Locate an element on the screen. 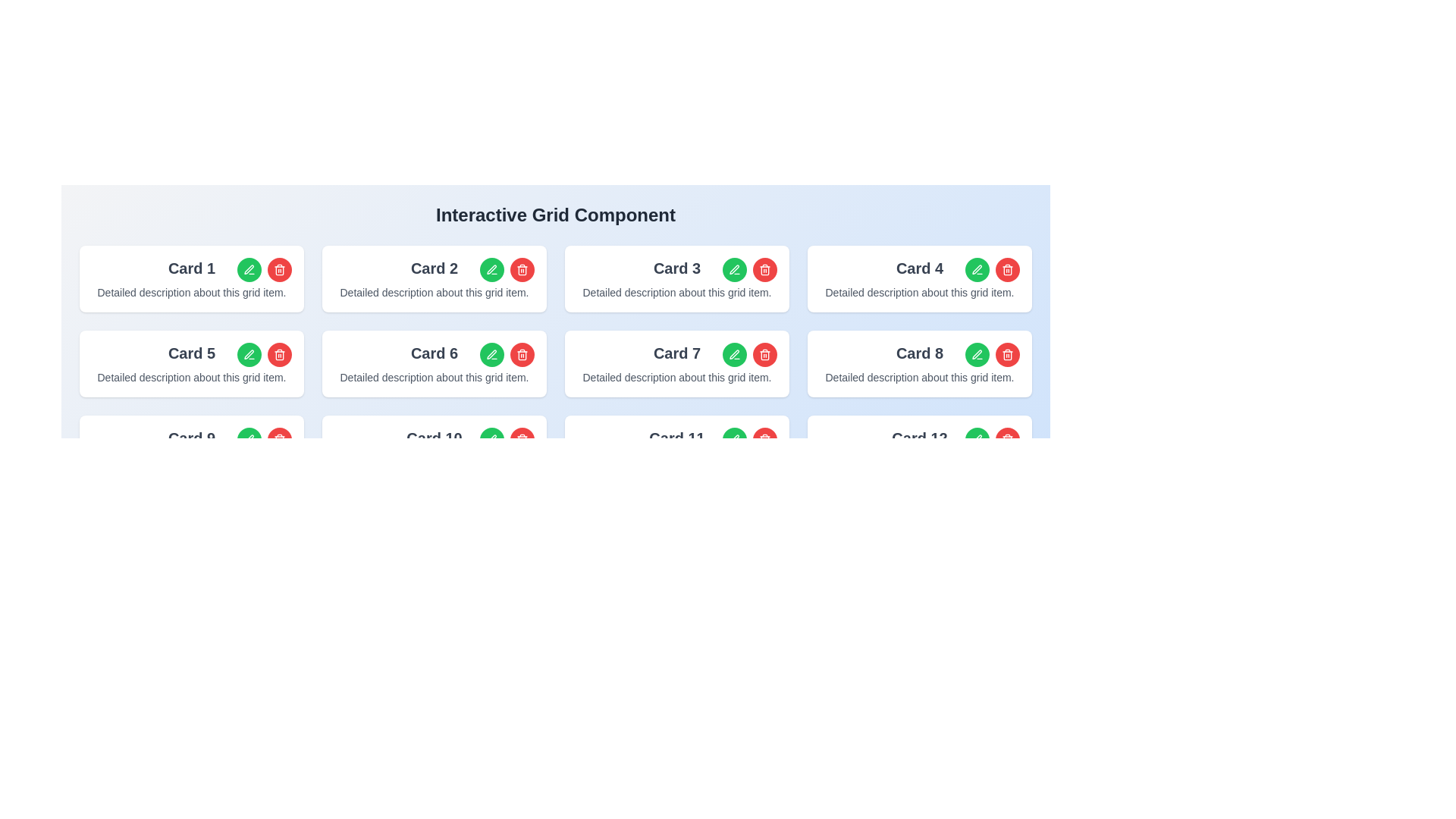 This screenshot has height=819, width=1456. the circular red button with a white trash can icon located in the top-right corner of 'Card 1' is located at coordinates (280, 268).